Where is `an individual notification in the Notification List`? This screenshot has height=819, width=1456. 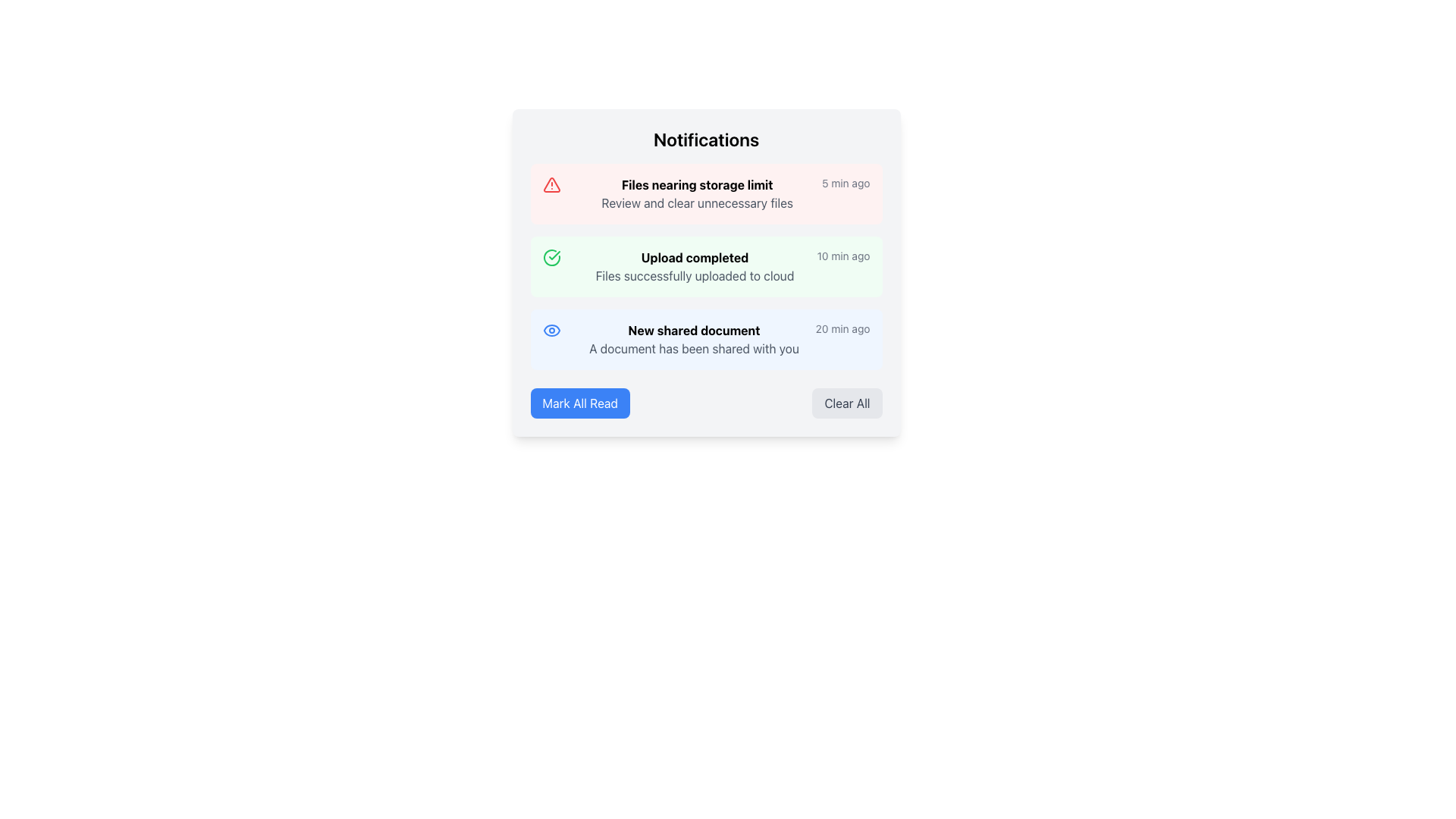
an individual notification in the Notification List is located at coordinates (705, 265).